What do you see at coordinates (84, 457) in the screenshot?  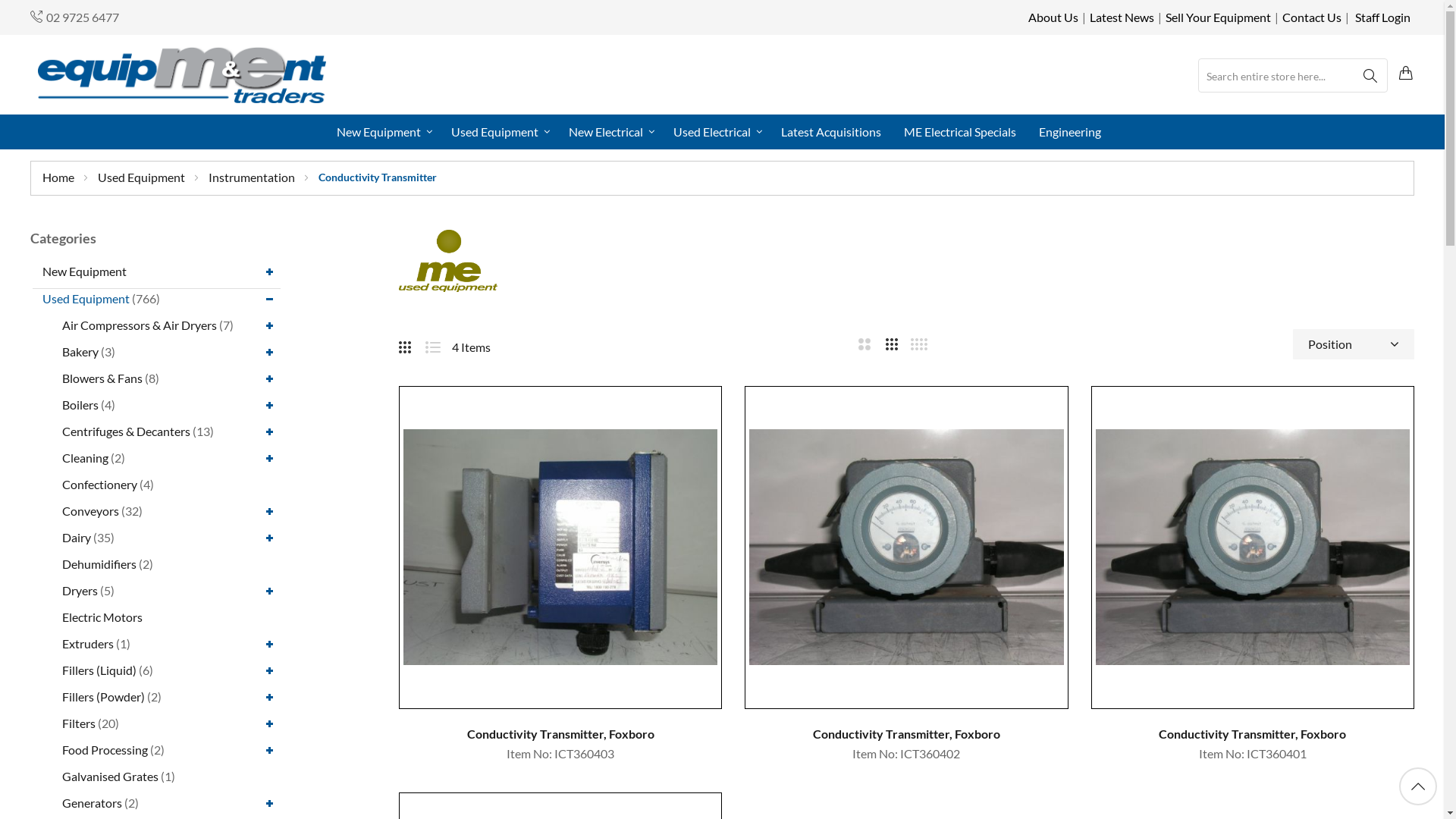 I see `'Cleaning'` at bounding box center [84, 457].